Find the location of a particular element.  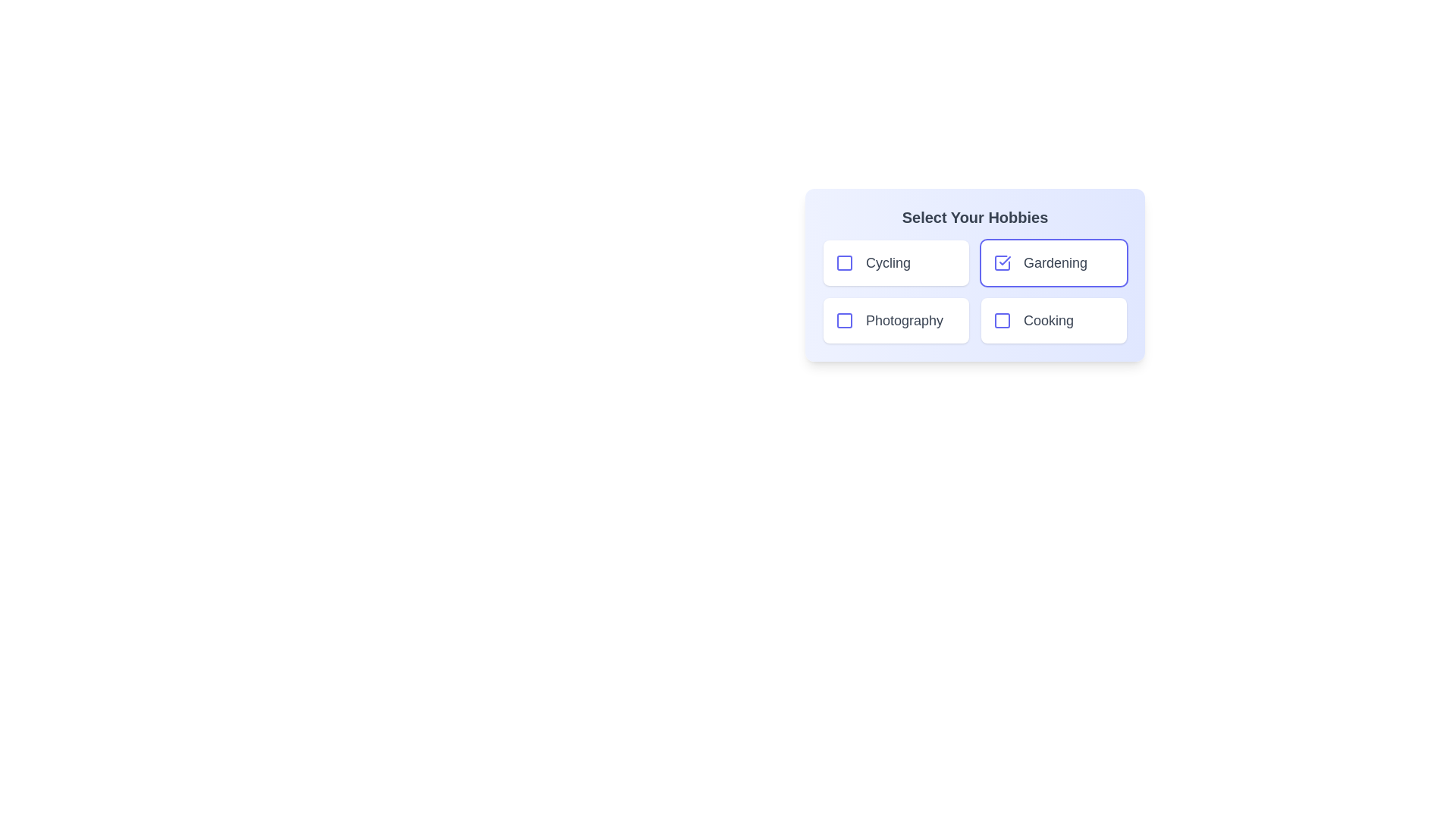

the hobby item Cycling to observe its hover effect is located at coordinates (896, 262).